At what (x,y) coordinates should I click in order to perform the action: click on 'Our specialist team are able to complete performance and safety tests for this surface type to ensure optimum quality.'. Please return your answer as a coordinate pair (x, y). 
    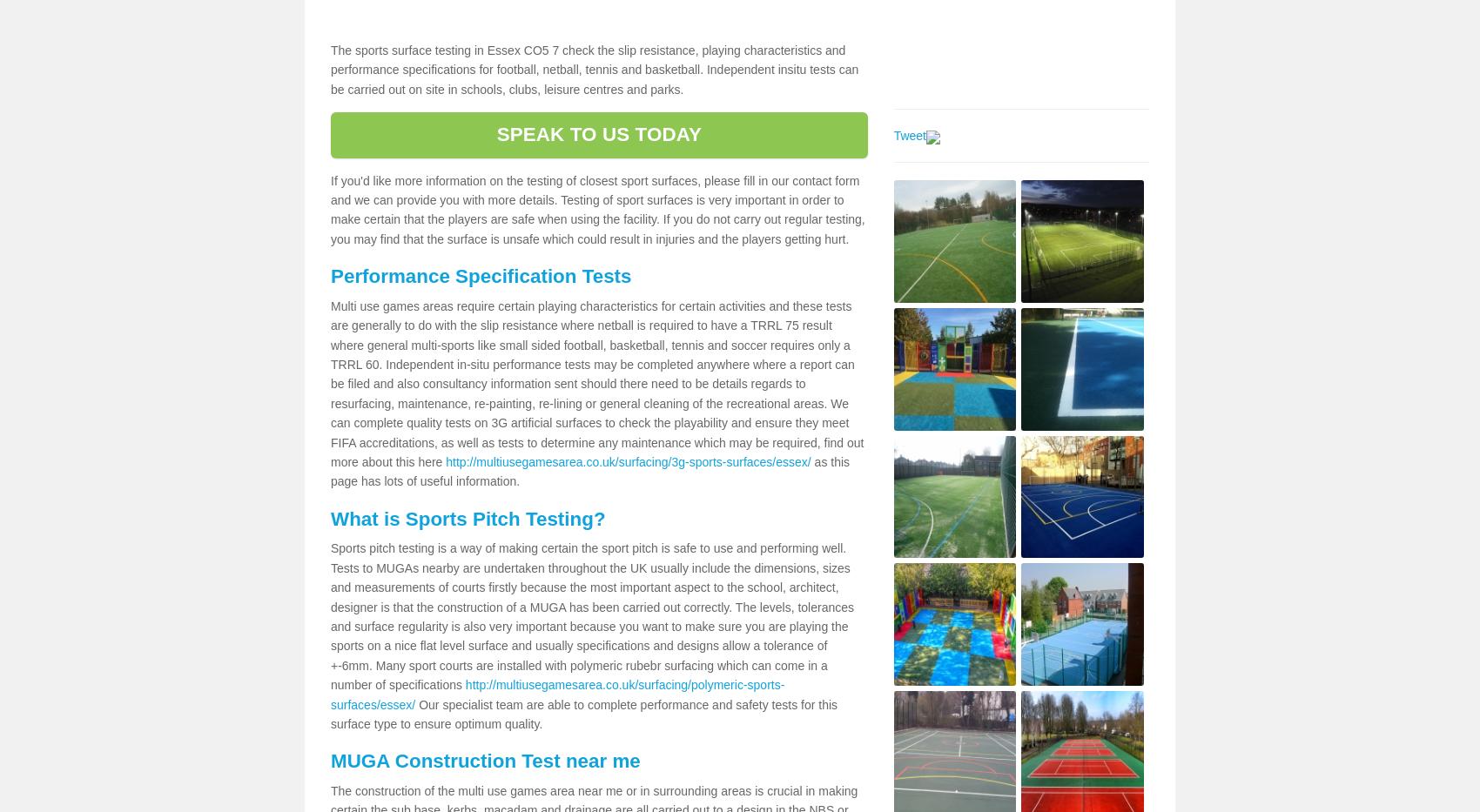
    Looking at the image, I should click on (583, 714).